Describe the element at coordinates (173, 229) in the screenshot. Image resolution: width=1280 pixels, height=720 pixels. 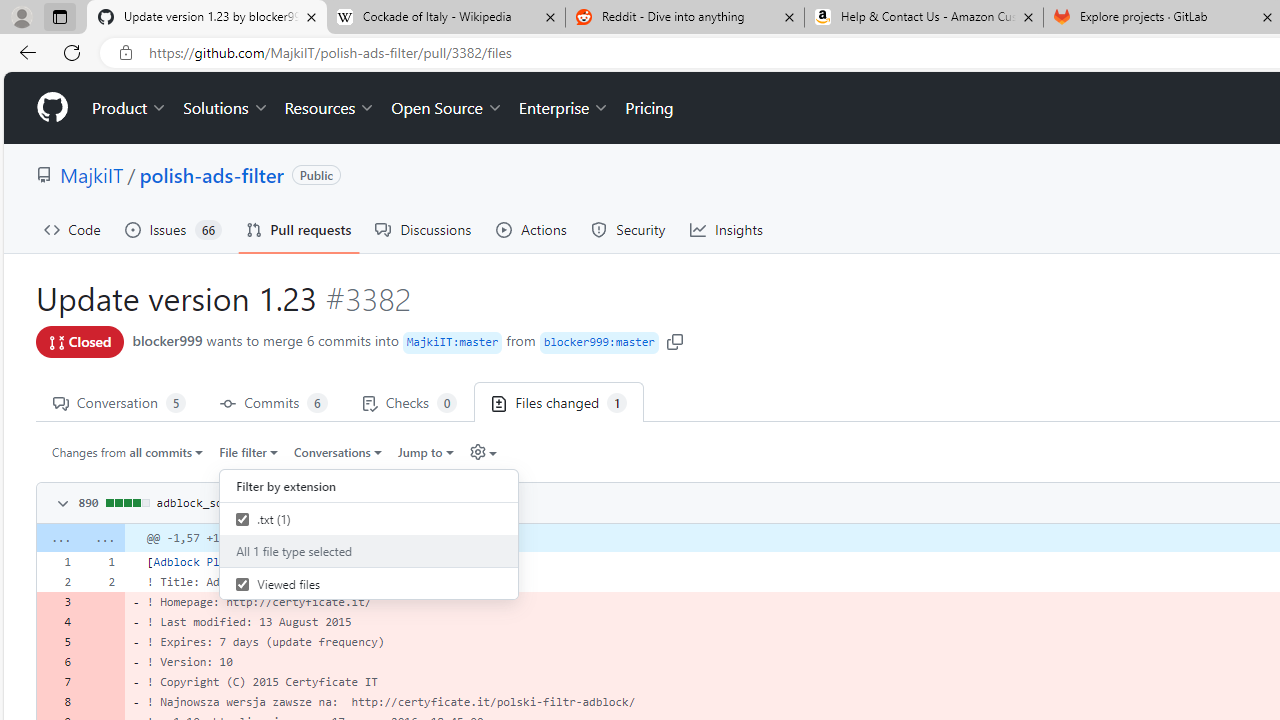
I see `'Issues 66'` at that location.